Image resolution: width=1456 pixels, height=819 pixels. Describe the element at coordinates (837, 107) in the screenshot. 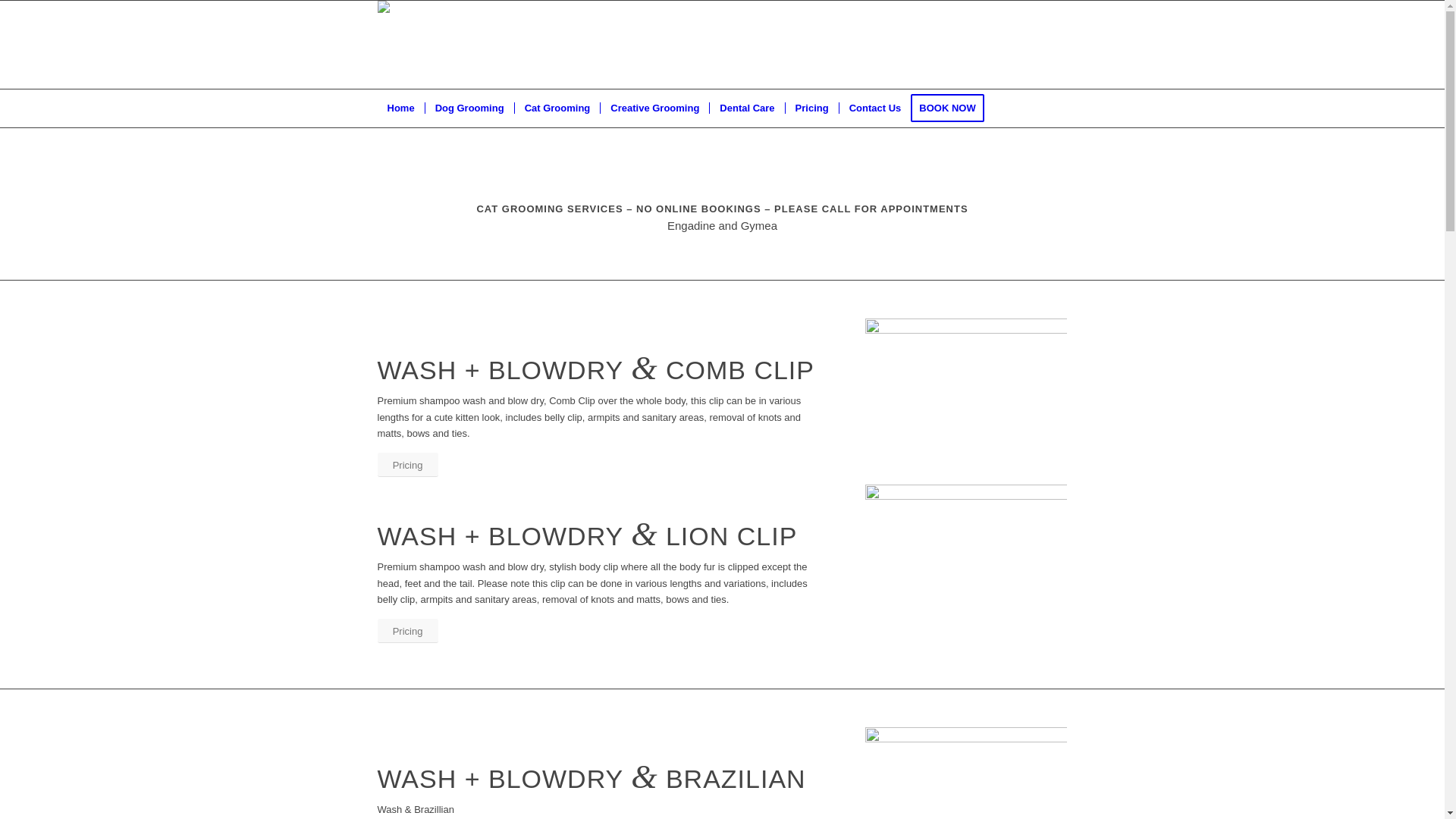

I see `'Contact Us'` at that location.